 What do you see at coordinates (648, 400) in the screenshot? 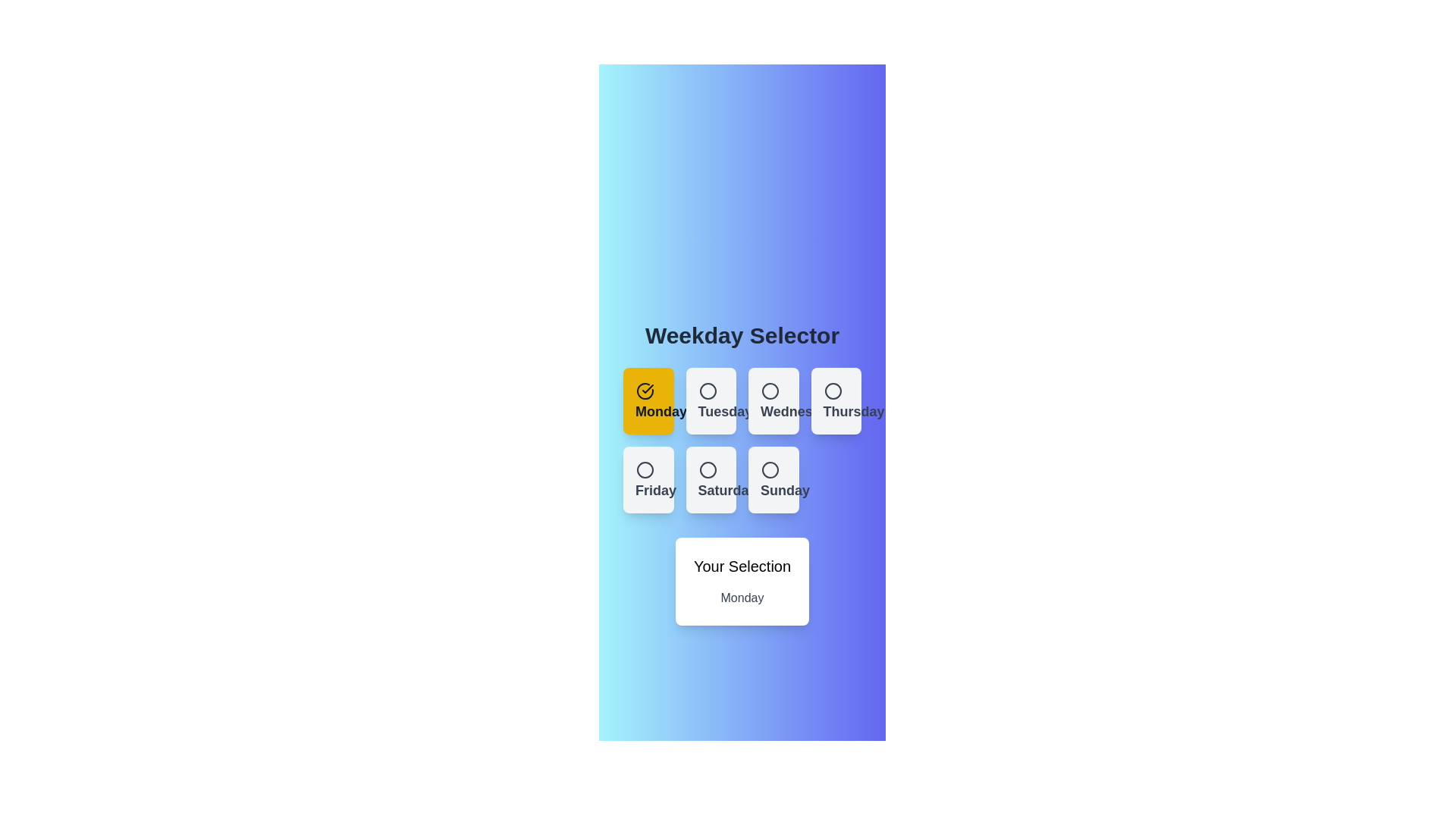
I see `the button corresponding to Monday` at bounding box center [648, 400].